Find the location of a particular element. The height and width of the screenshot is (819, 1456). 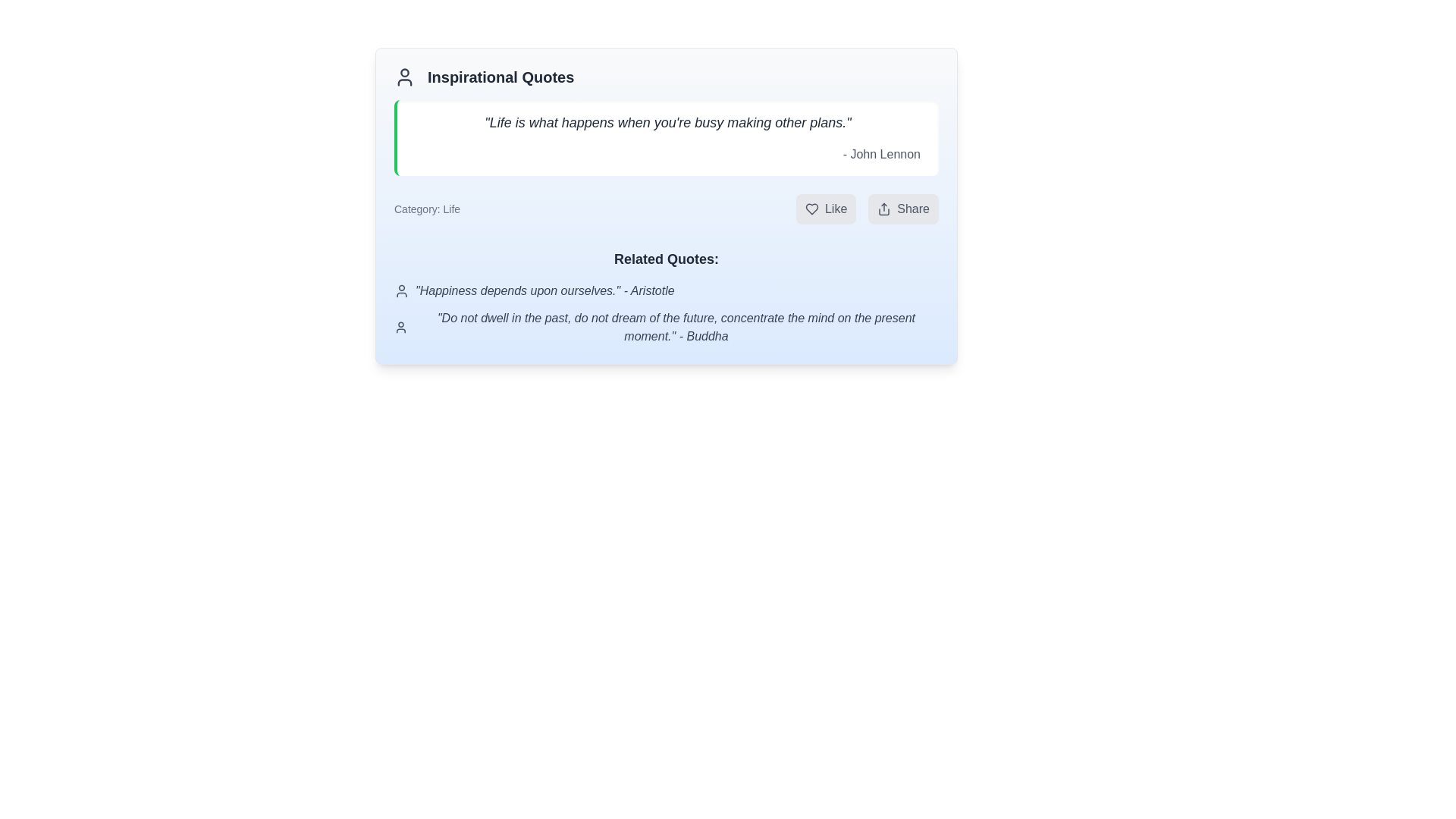

the second quote text label in the 'Related Quotes' section that displays the quote from Buddha, located directly below the quotation from Aristotle is located at coordinates (676, 327).